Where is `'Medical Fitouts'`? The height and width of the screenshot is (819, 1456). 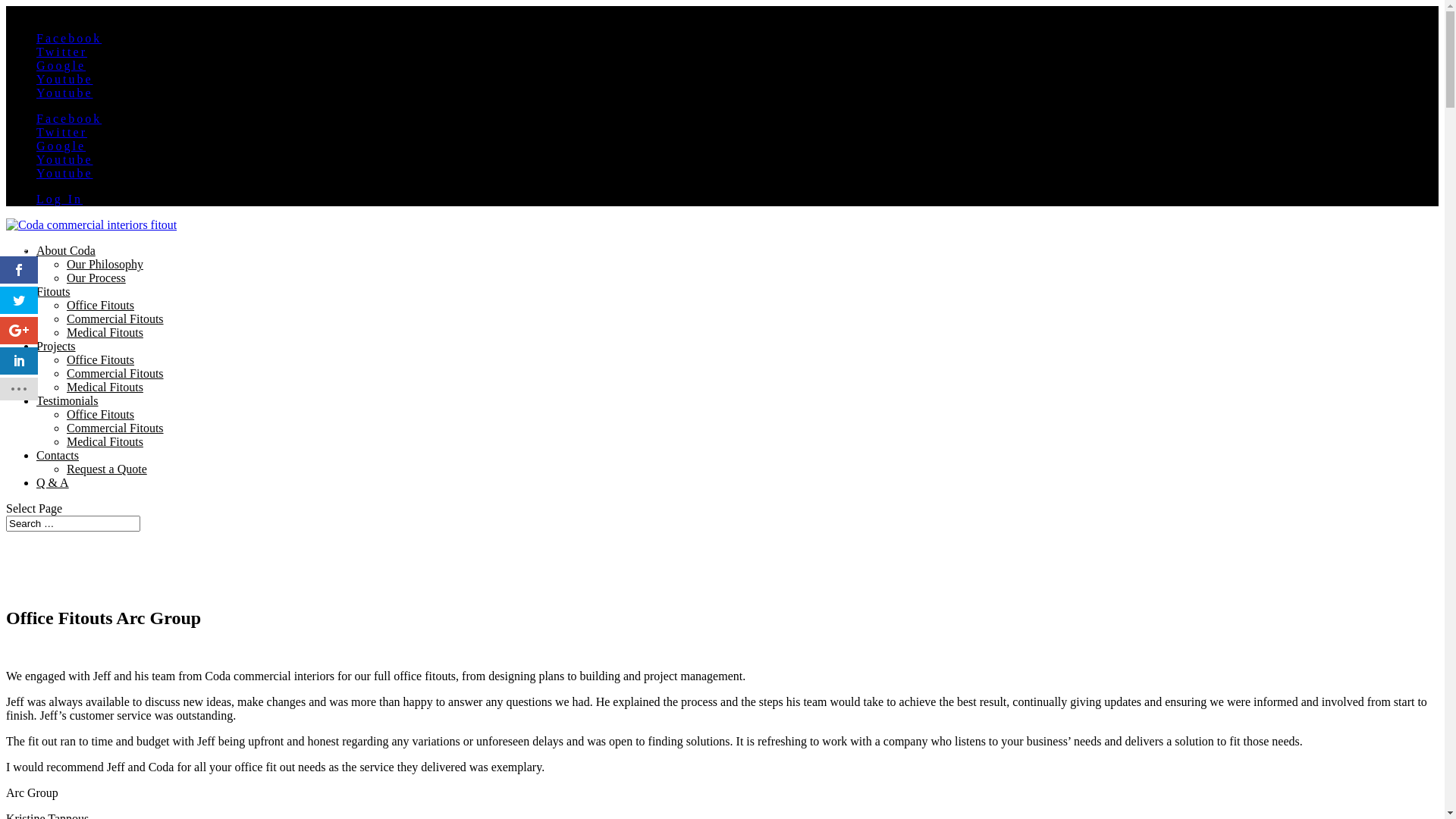
'Medical Fitouts' is located at coordinates (104, 441).